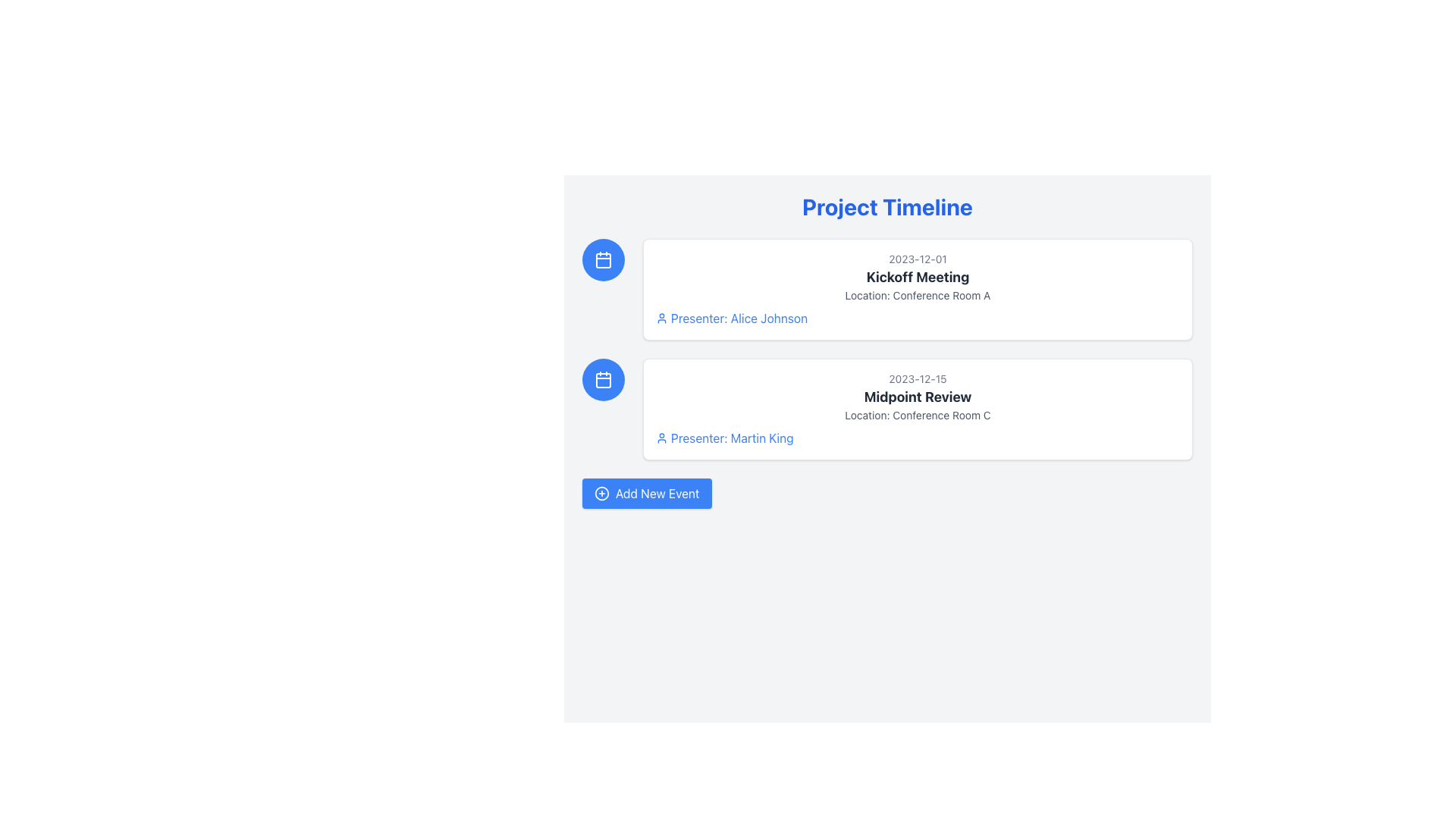  I want to click on the user icon located to the left of the 'Presenter: Martin King' text in the second event card for the 'Midpoint Review' event, so click(662, 438).